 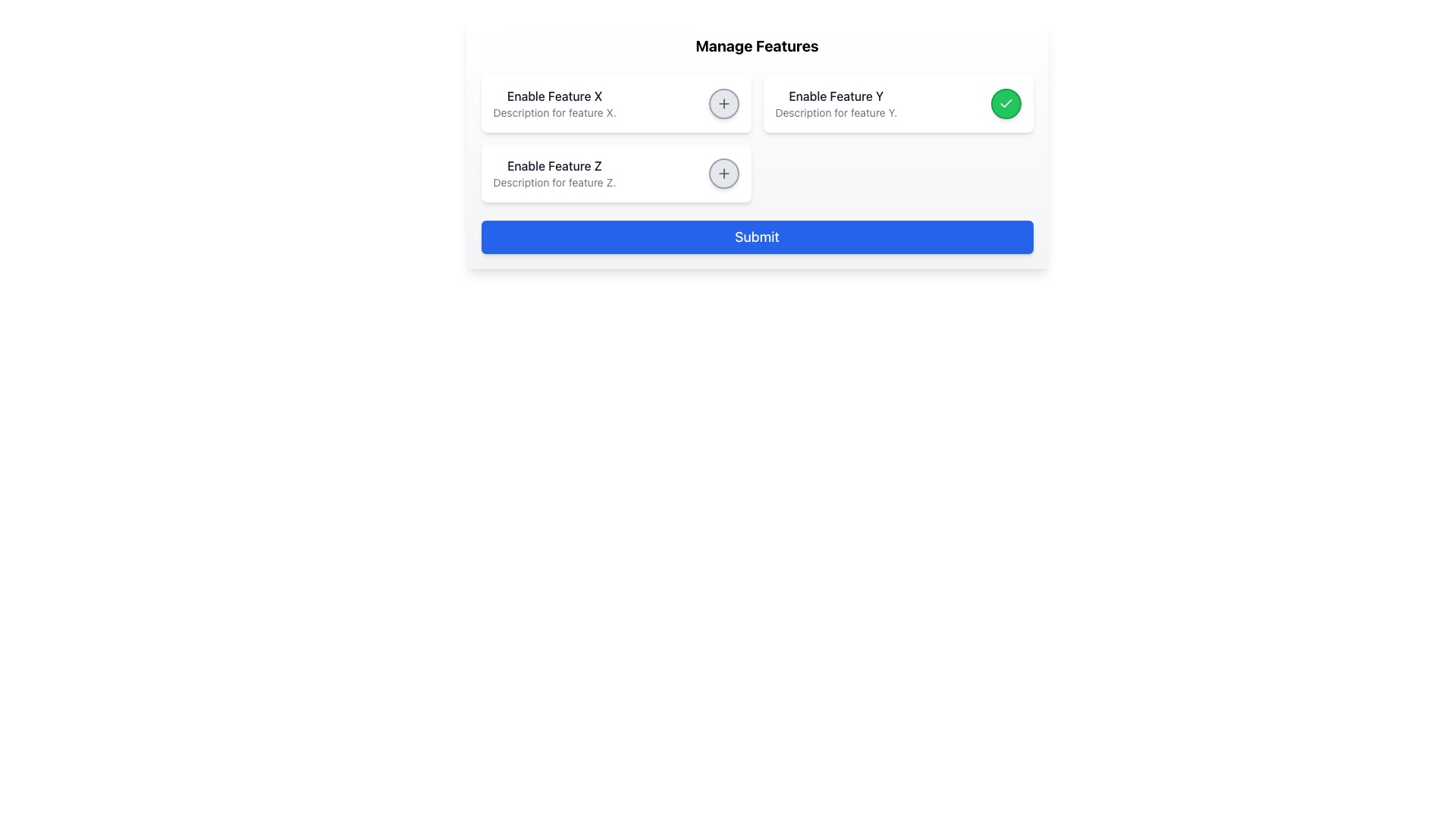 What do you see at coordinates (835, 96) in the screenshot?
I see `the static text label displaying 'Enable Feature Y', which is located in the second option row of the 'Manage Features' section, aligned with a green check icon on its right` at bounding box center [835, 96].